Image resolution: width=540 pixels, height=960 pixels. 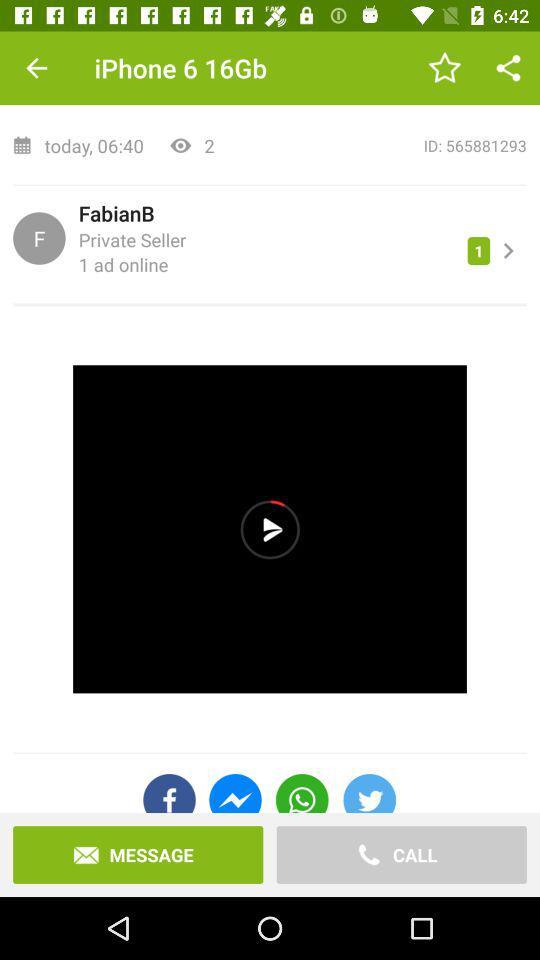 I want to click on paly button, so click(x=270, y=528).